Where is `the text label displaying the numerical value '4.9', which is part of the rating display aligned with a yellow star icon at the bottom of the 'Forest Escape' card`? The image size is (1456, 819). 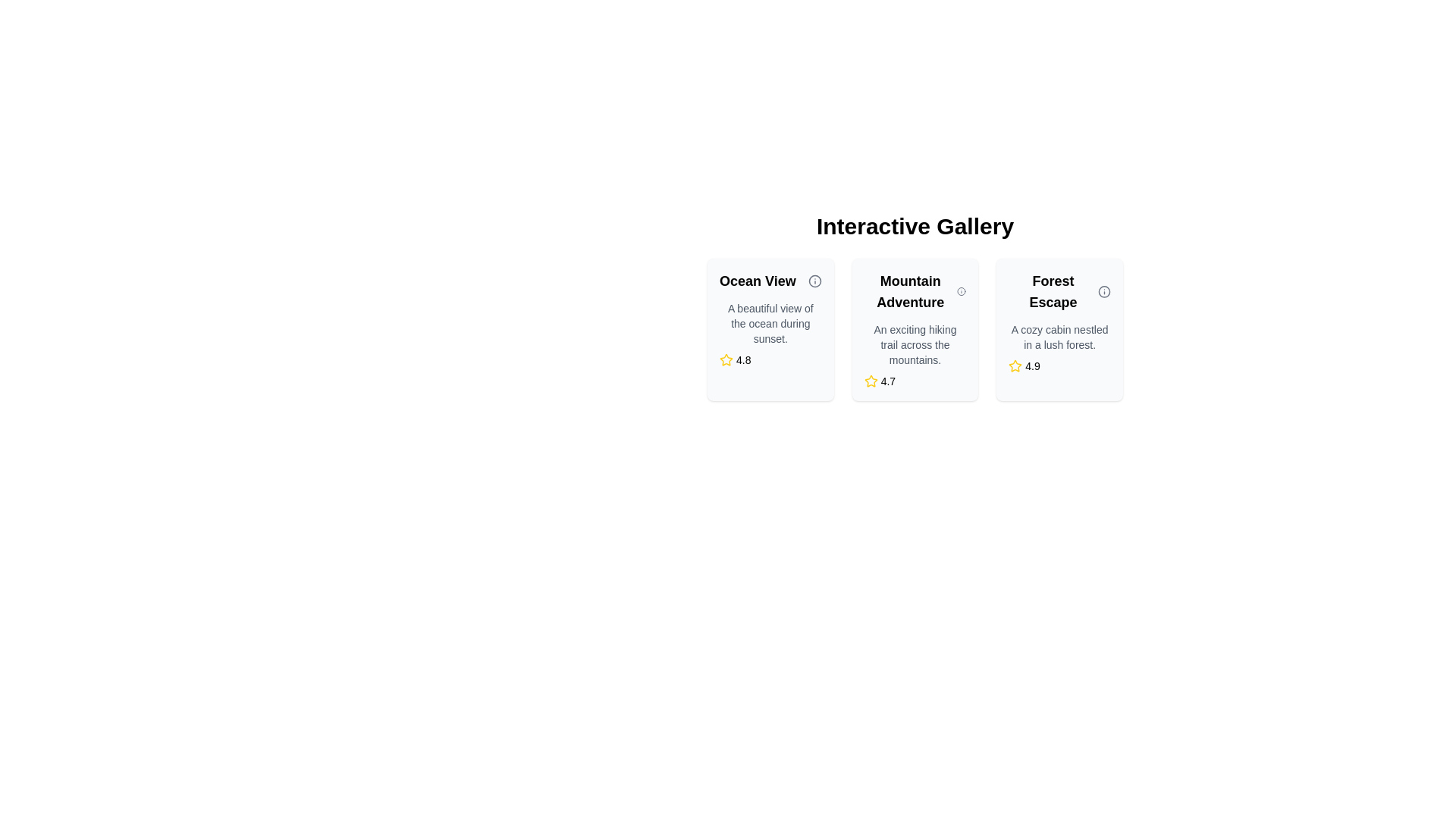 the text label displaying the numerical value '4.9', which is part of the rating display aligned with a yellow star icon at the bottom of the 'Forest Escape' card is located at coordinates (1032, 366).